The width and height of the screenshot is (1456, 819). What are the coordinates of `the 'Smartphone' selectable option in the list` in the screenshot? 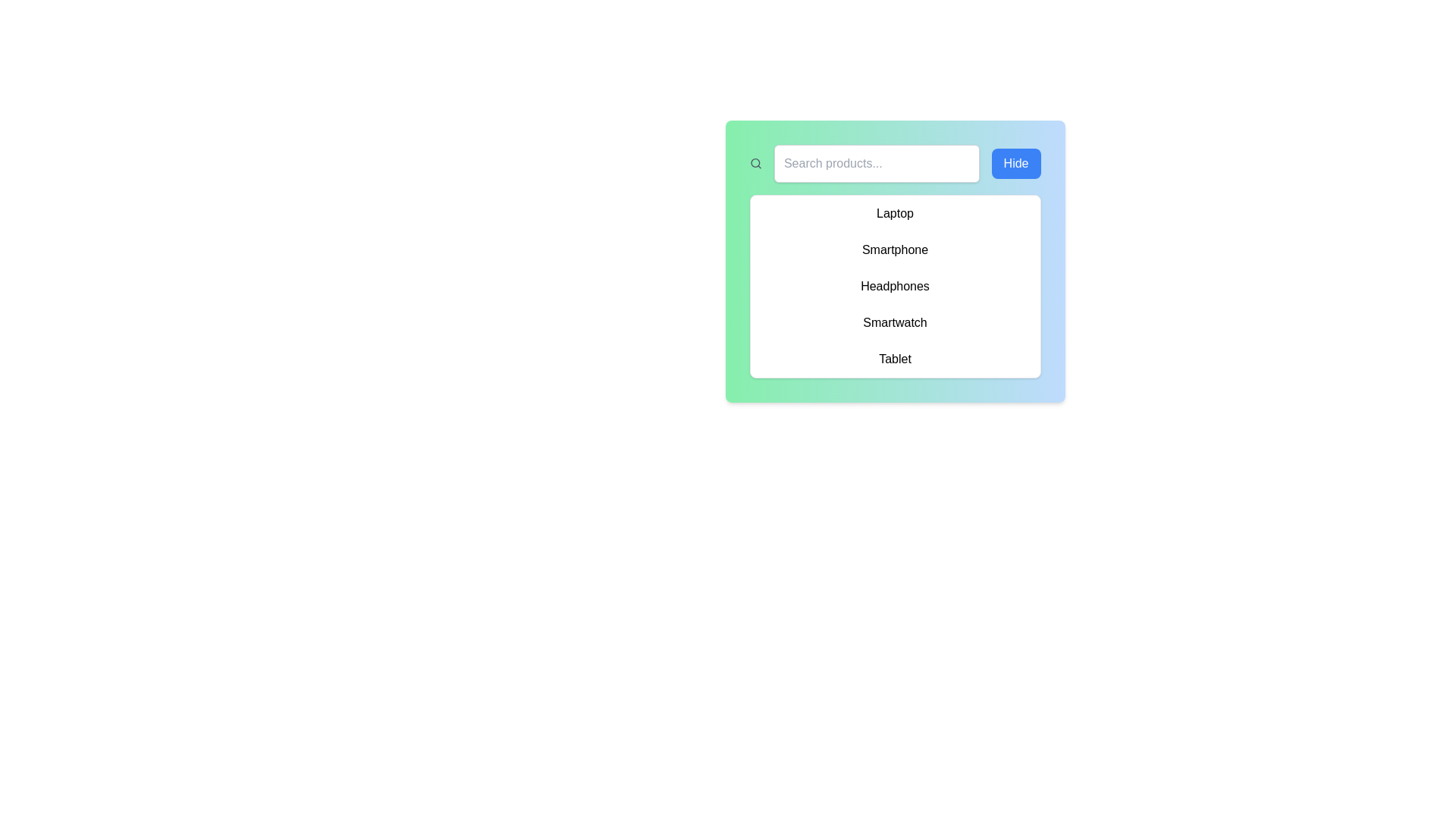 It's located at (895, 249).